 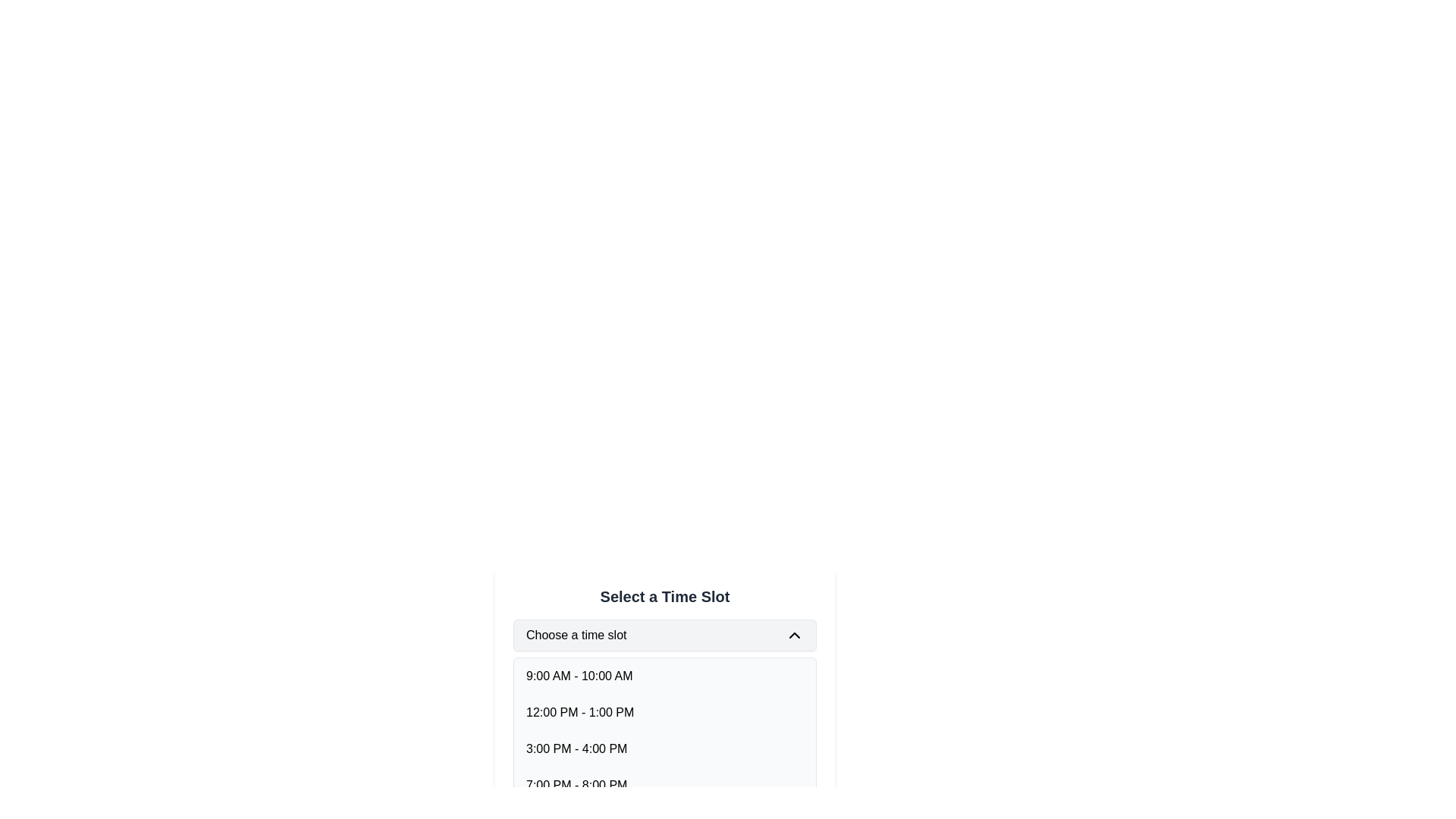 I want to click on the second Text Label indicating a selectable time slot option, which displays the time range and is vertically aligned in the list of time slots, so click(x=579, y=713).